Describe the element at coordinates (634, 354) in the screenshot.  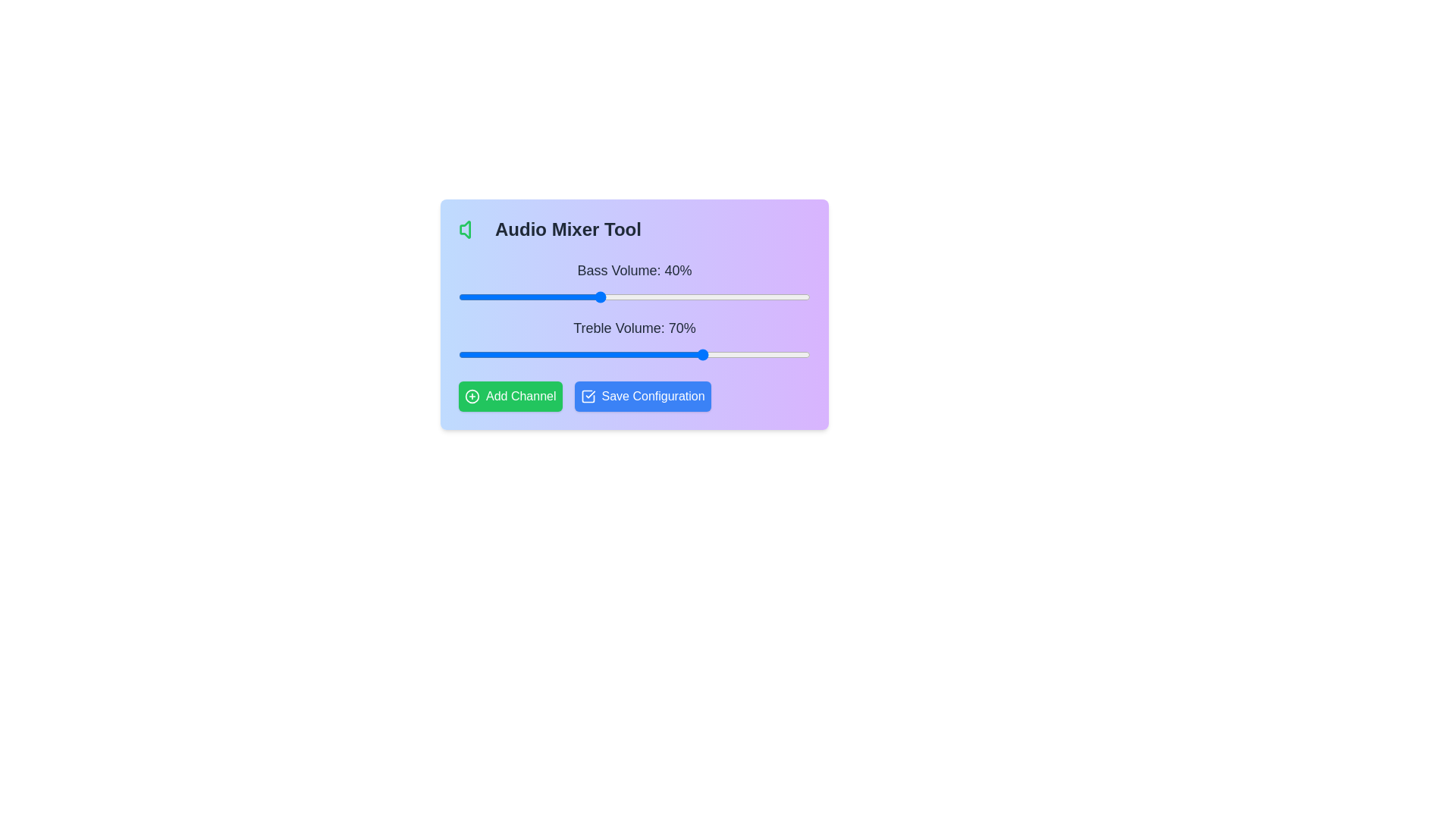
I see `treble volume` at that location.